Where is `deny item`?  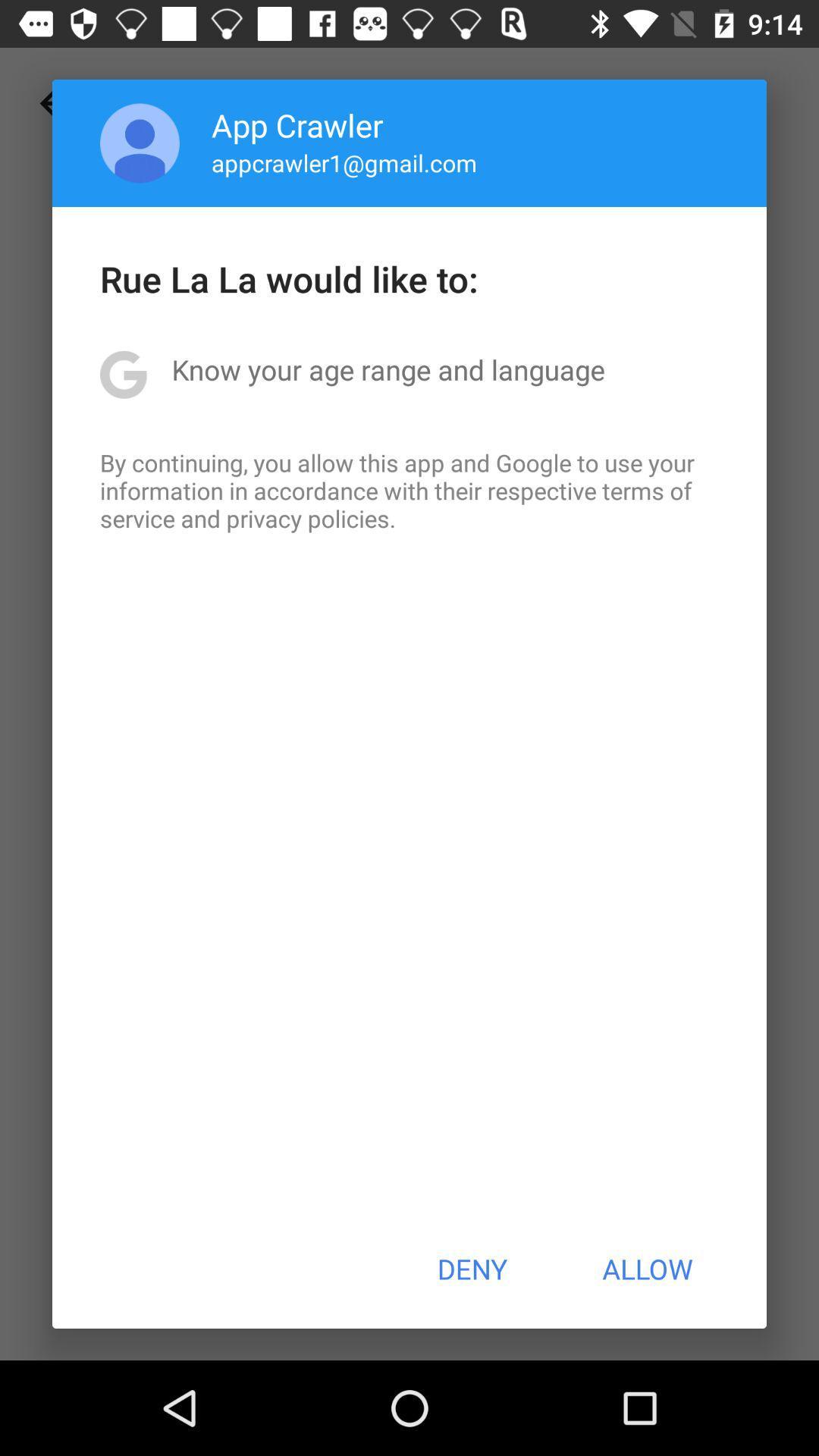
deny item is located at coordinates (471, 1269).